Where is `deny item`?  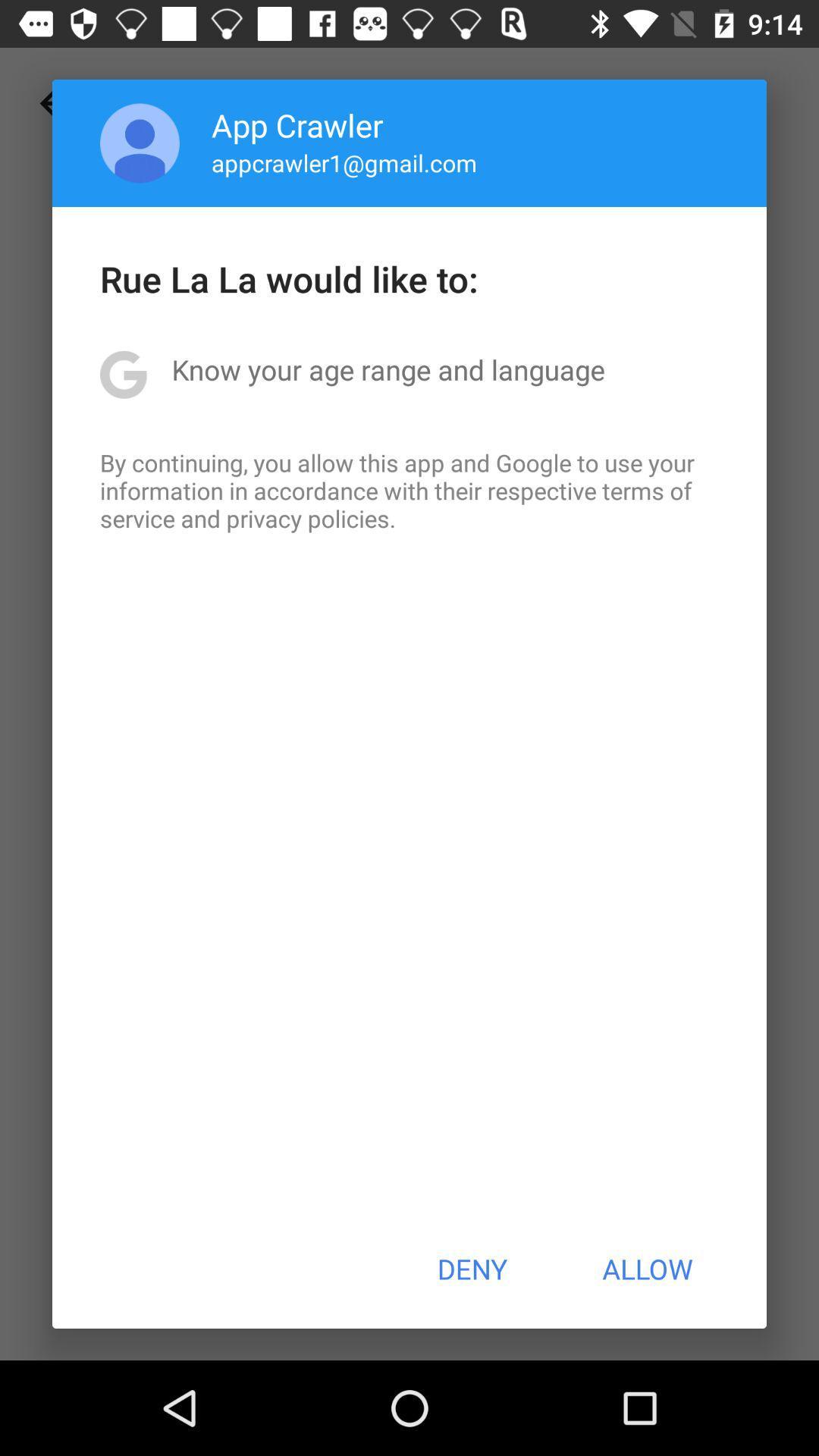
deny item is located at coordinates (471, 1269).